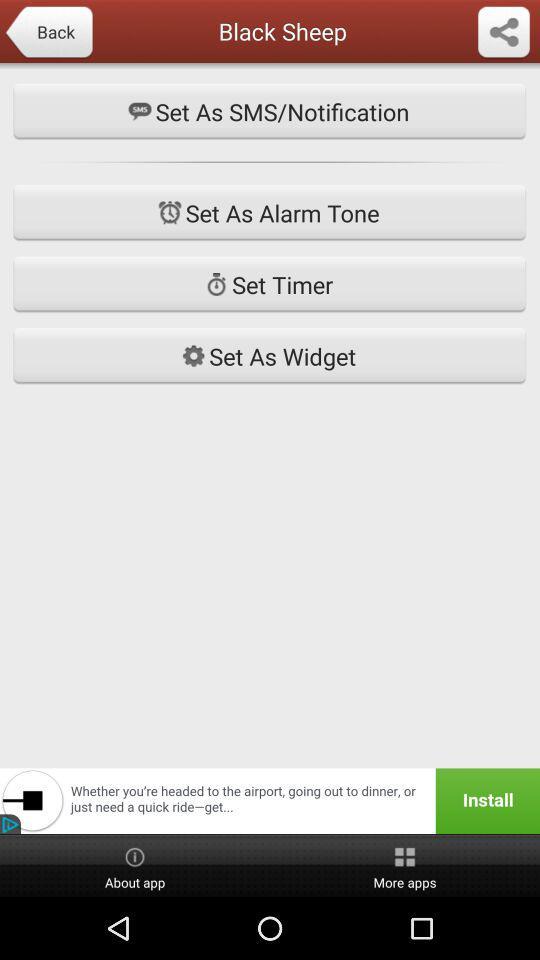 This screenshot has width=540, height=960. Describe the element at coordinates (270, 801) in the screenshot. I see `icon at the bottom` at that location.